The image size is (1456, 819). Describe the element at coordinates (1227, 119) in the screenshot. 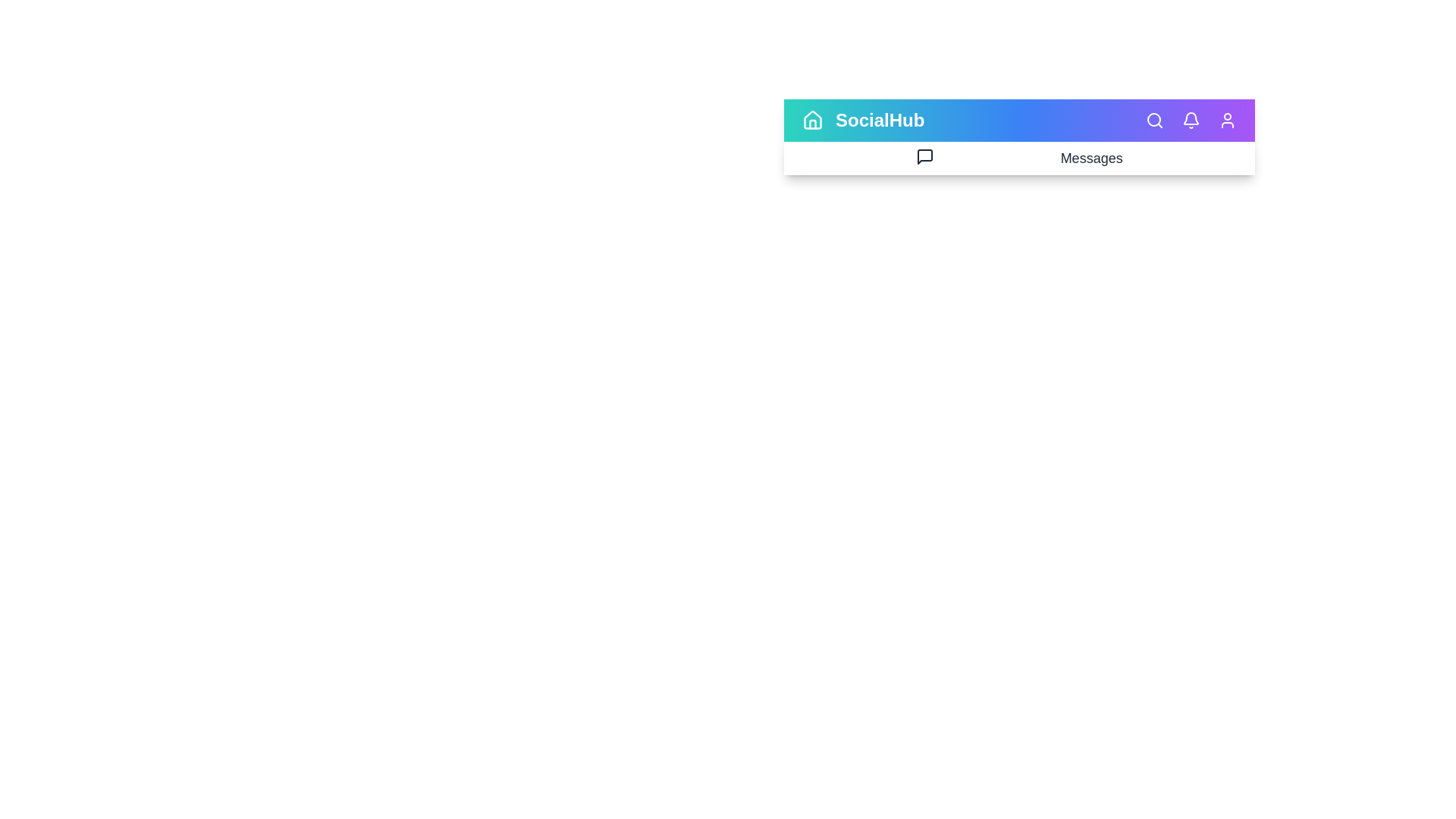

I see `the user icon to view or edit the user profile` at that location.